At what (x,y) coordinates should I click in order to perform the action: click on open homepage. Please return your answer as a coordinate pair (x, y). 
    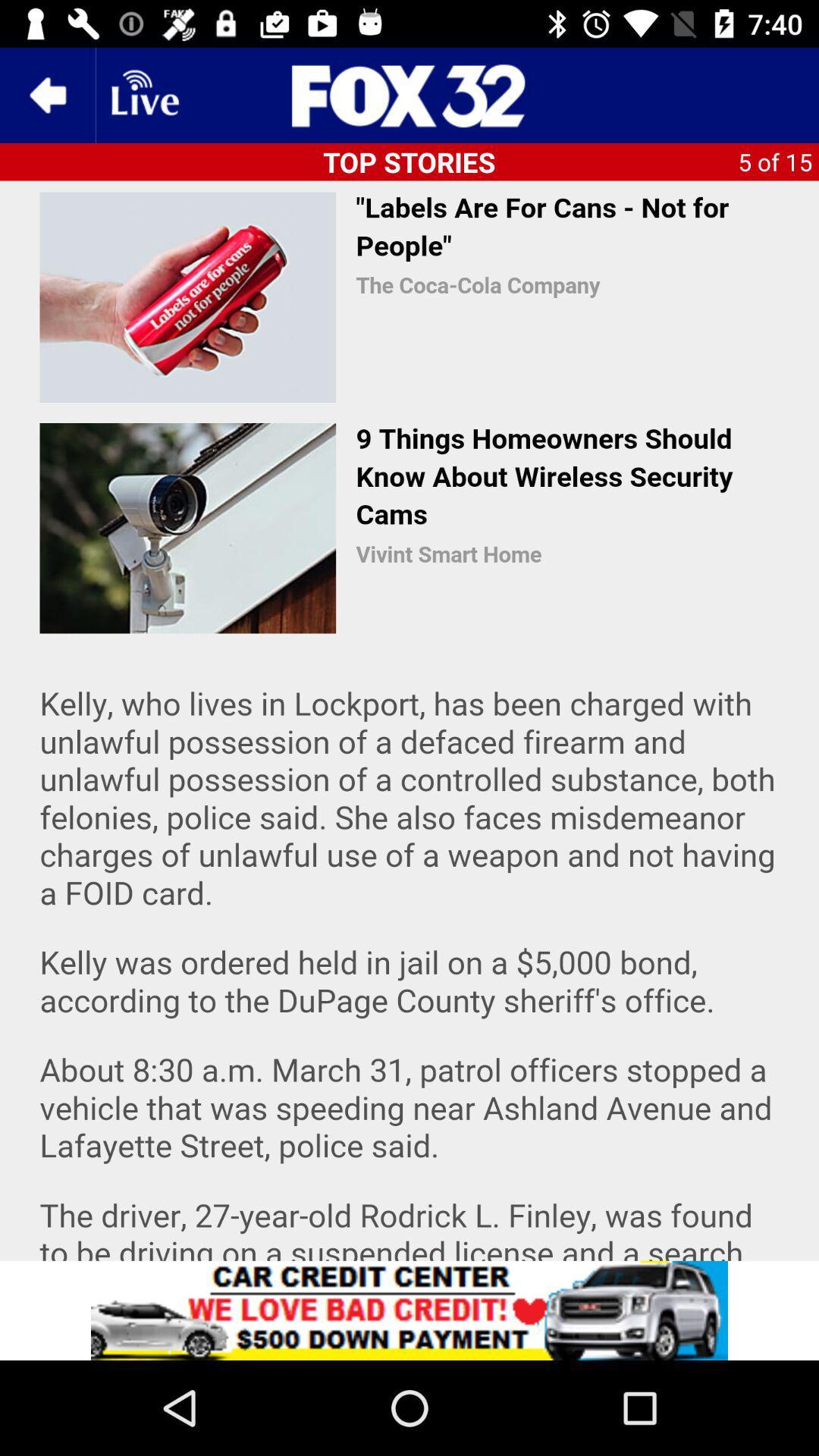
    Looking at the image, I should click on (409, 94).